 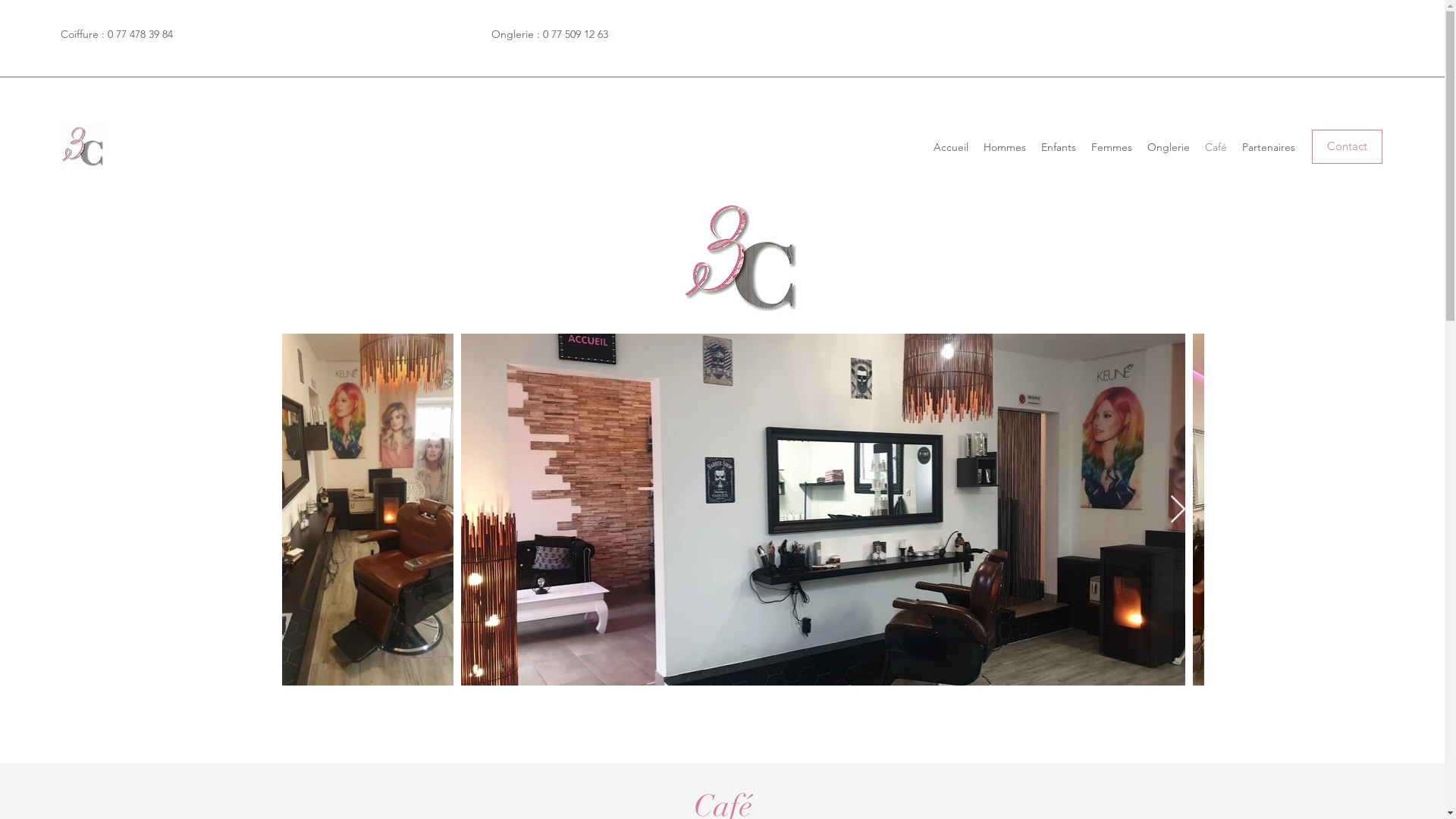 What do you see at coordinates (1111, 146) in the screenshot?
I see `'Femmes'` at bounding box center [1111, 146].